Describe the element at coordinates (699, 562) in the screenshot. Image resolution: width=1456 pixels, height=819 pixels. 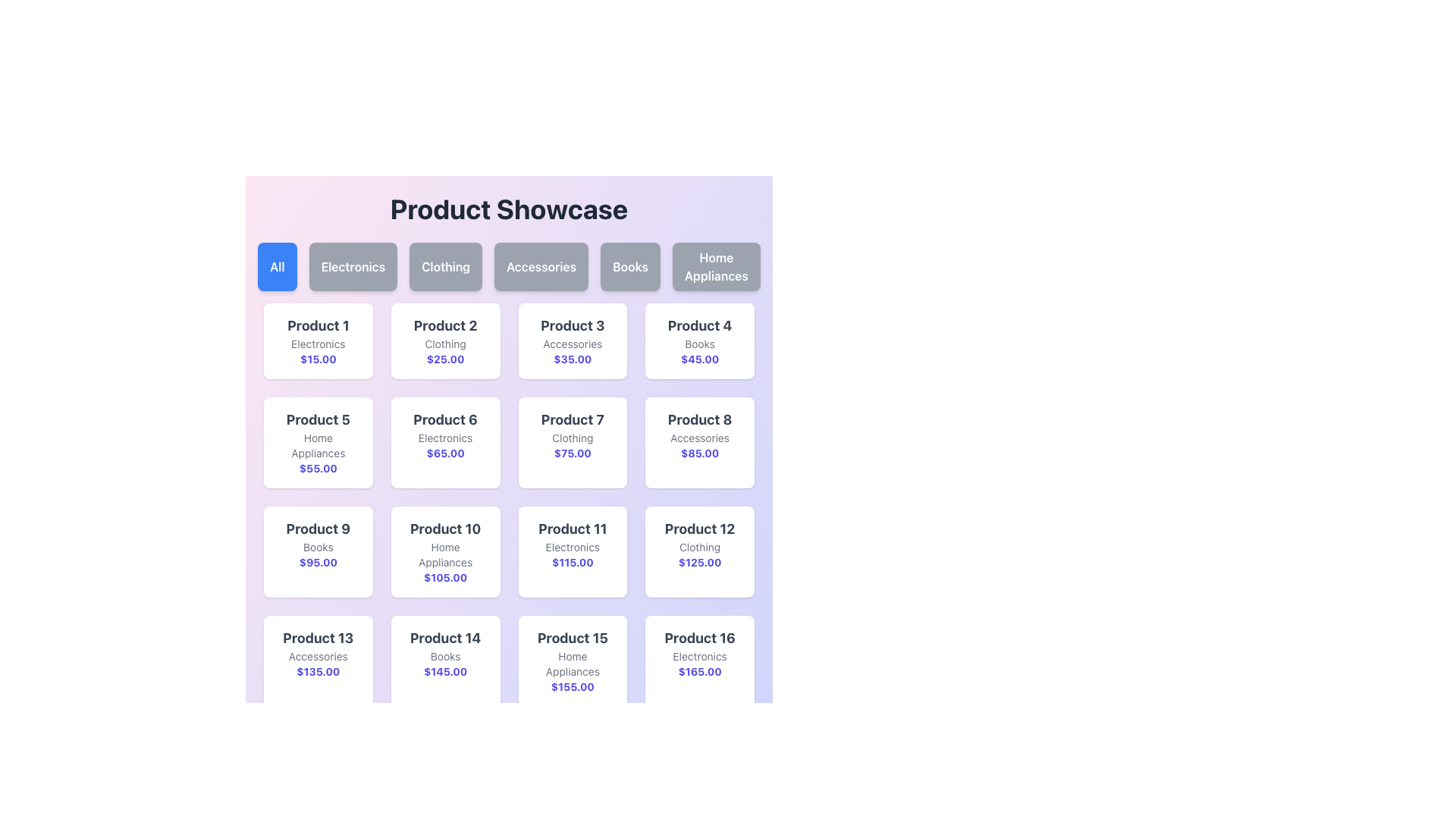
I see `the price display element of 'Product 12' located at the bottom of its product card` at that location.